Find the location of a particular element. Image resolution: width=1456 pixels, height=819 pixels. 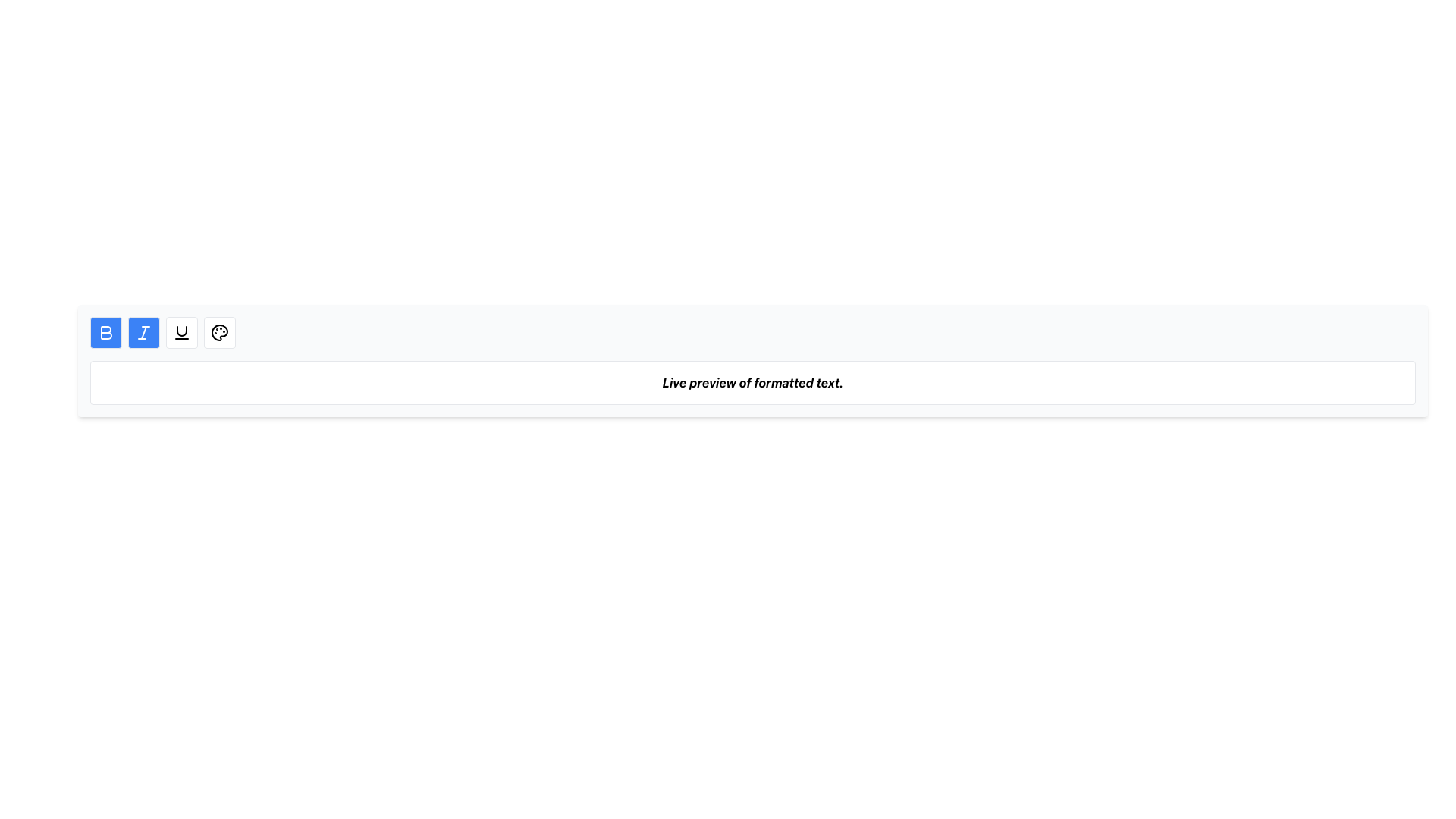

the bold styling button located is located at coordinates (105, 332).